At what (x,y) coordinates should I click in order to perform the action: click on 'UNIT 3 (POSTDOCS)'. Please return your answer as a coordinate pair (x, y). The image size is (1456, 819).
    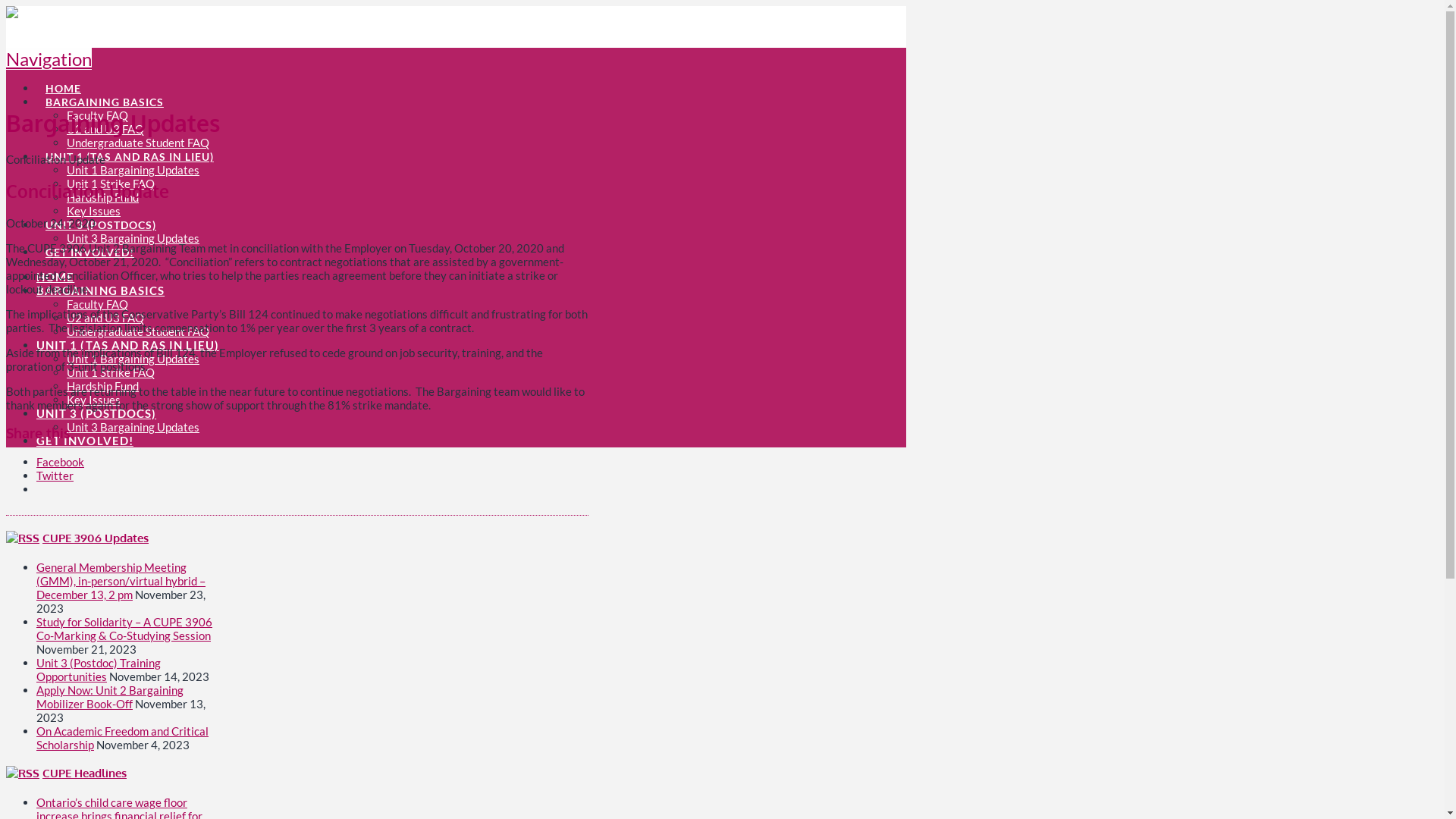
    Looking at the image, I should click on (99, 216).